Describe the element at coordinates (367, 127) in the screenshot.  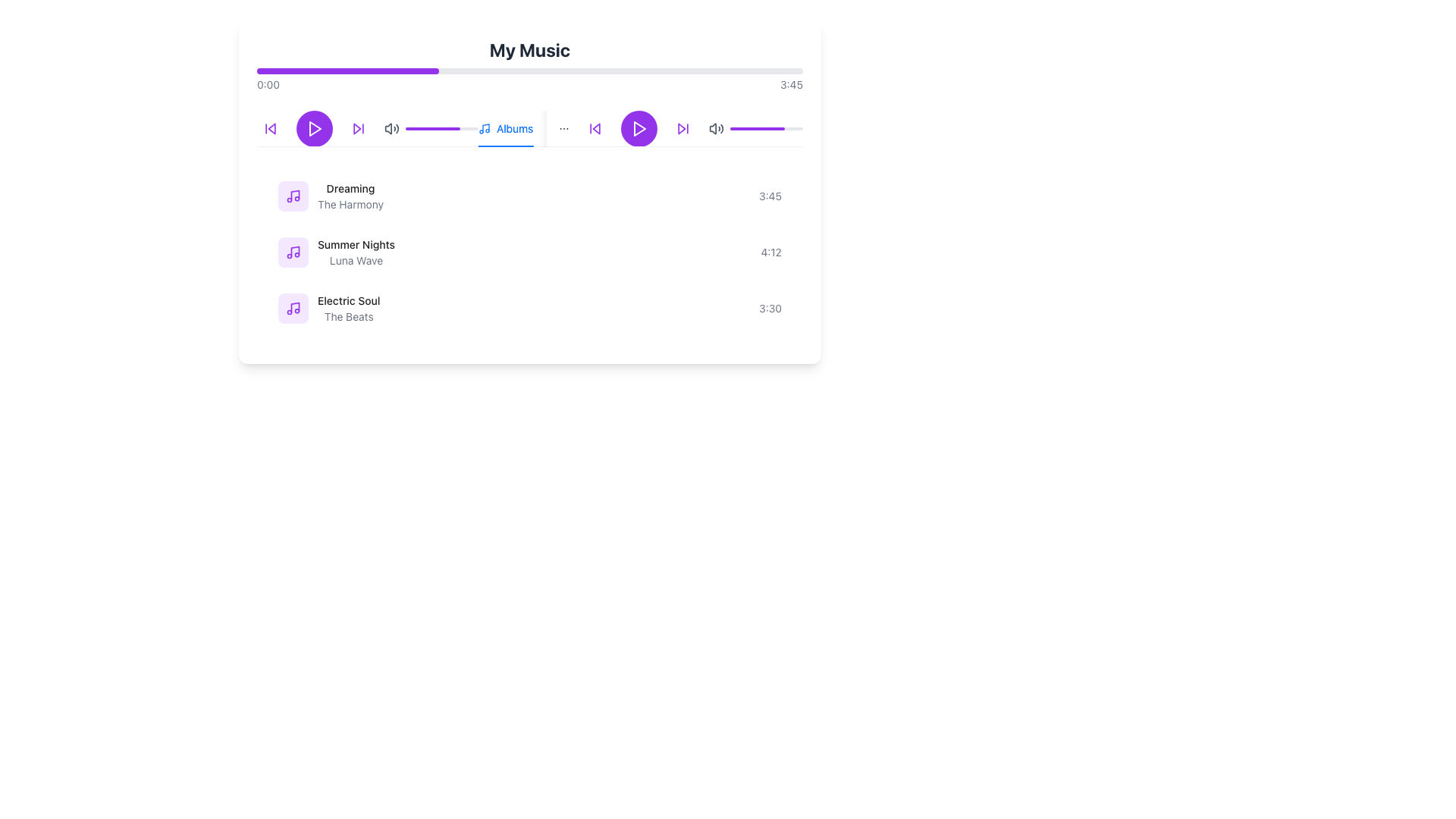
I see `the skip button on the media control bar located centrally in the upper section of the interface` at that location.